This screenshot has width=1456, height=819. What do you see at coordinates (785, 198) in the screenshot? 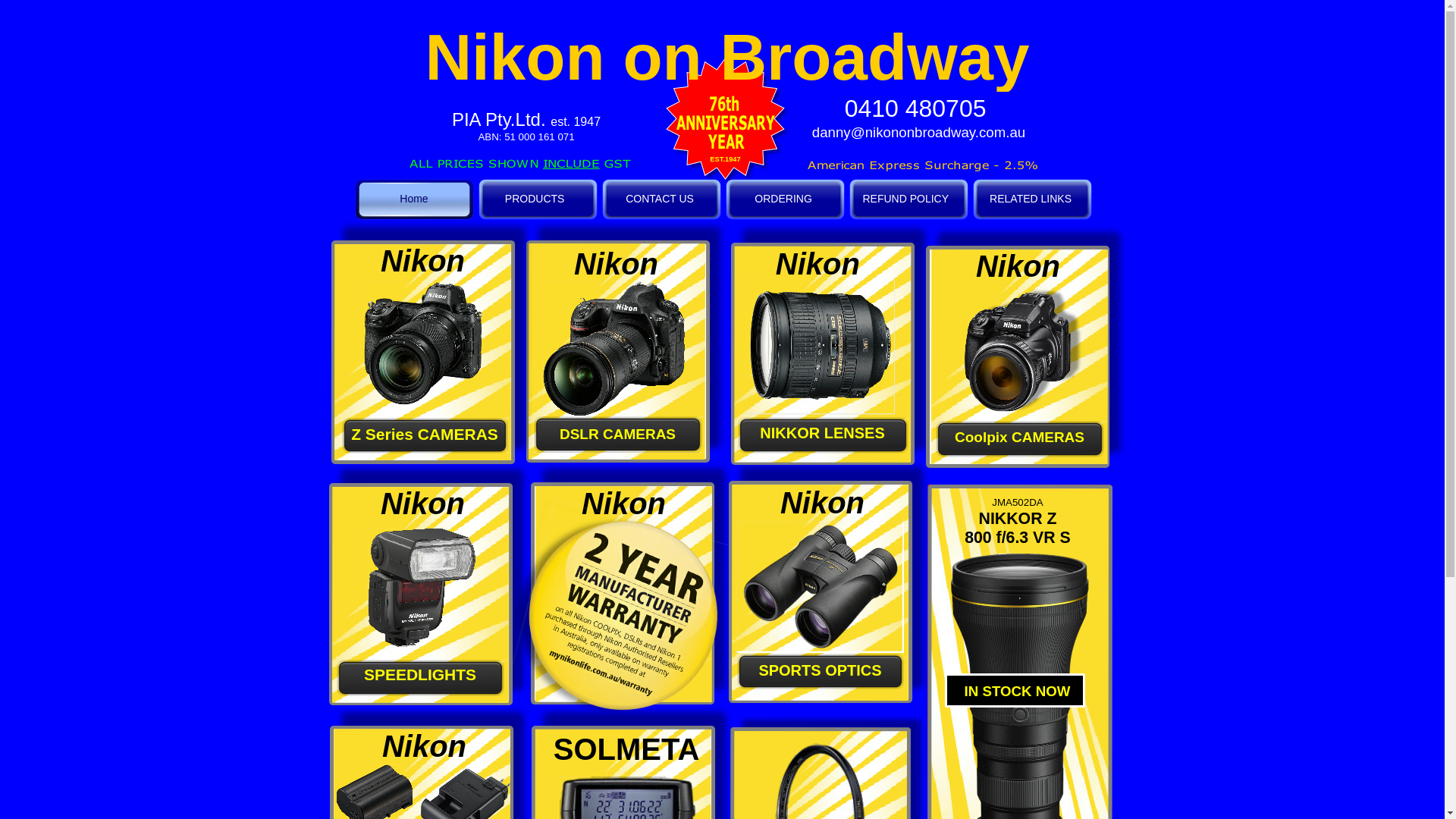
I see `'ORDERING '` at bounding box center [785, 198].